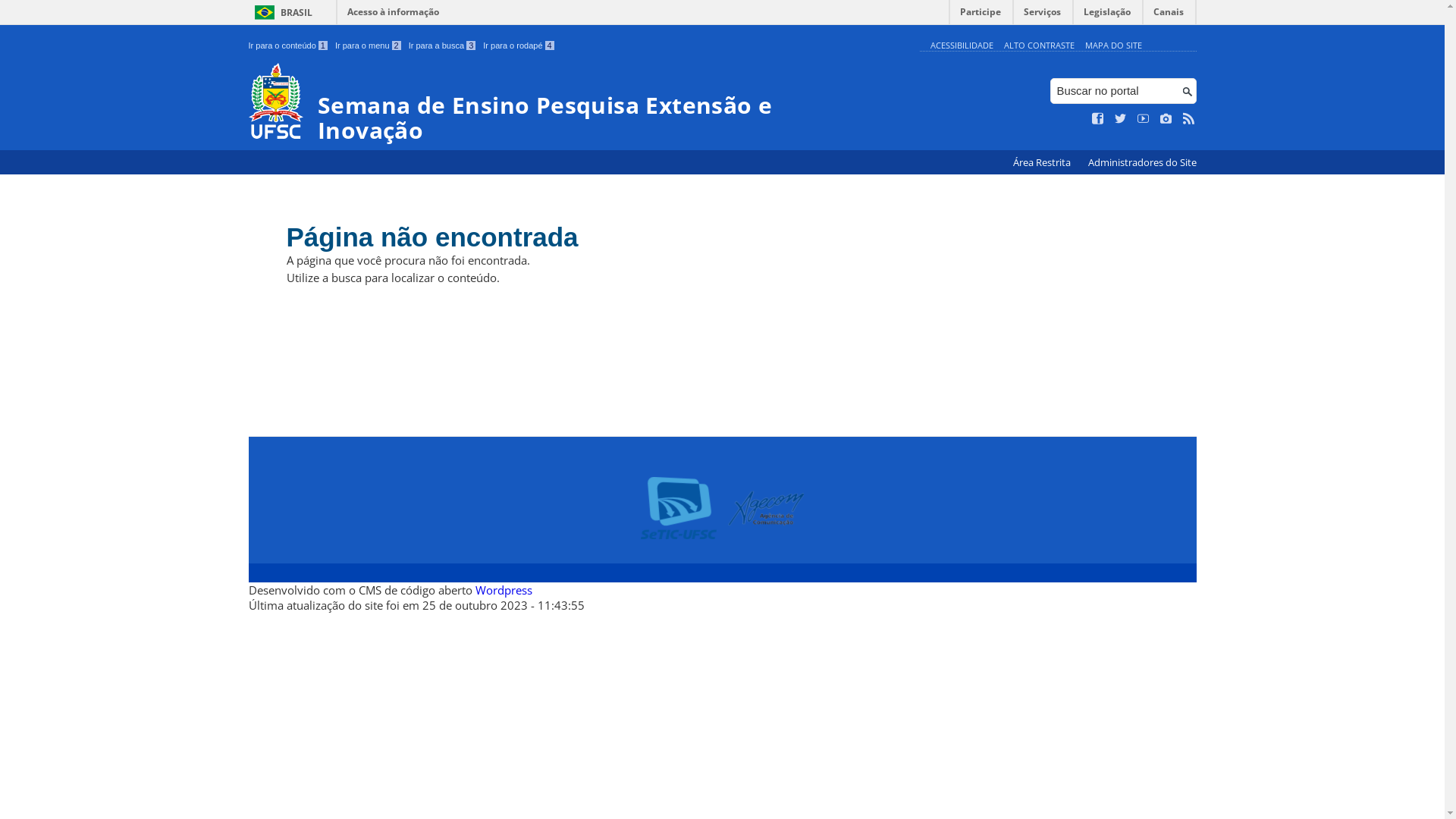  Describe the element at coordinates (980, 15) in the screenshot. I see `'Participe'` at that location.